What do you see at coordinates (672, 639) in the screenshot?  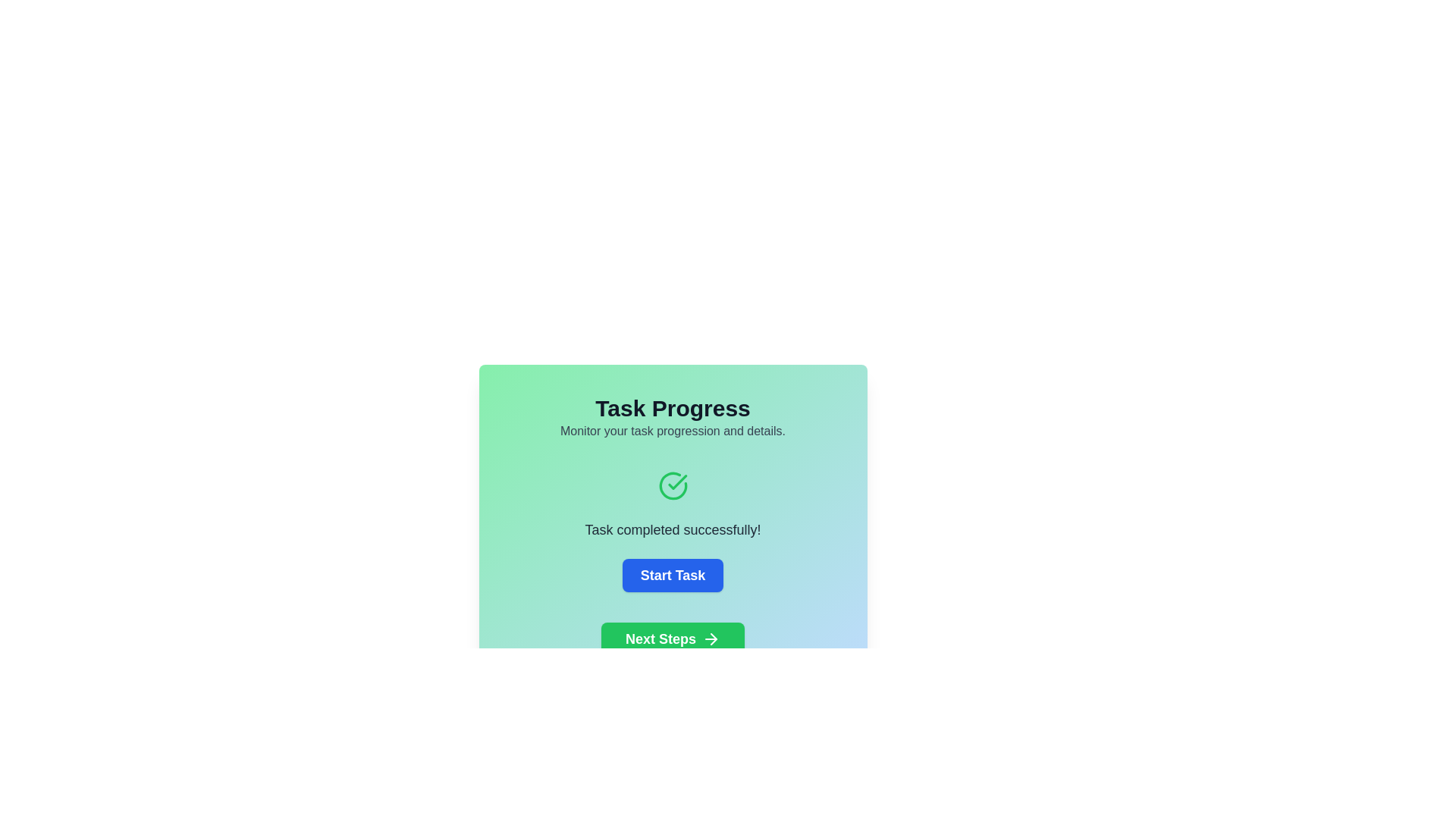 I see `the rectangular green button labeled 'Next Steps' with a right-pointing arrow icon` at bounding box center [672, 639].